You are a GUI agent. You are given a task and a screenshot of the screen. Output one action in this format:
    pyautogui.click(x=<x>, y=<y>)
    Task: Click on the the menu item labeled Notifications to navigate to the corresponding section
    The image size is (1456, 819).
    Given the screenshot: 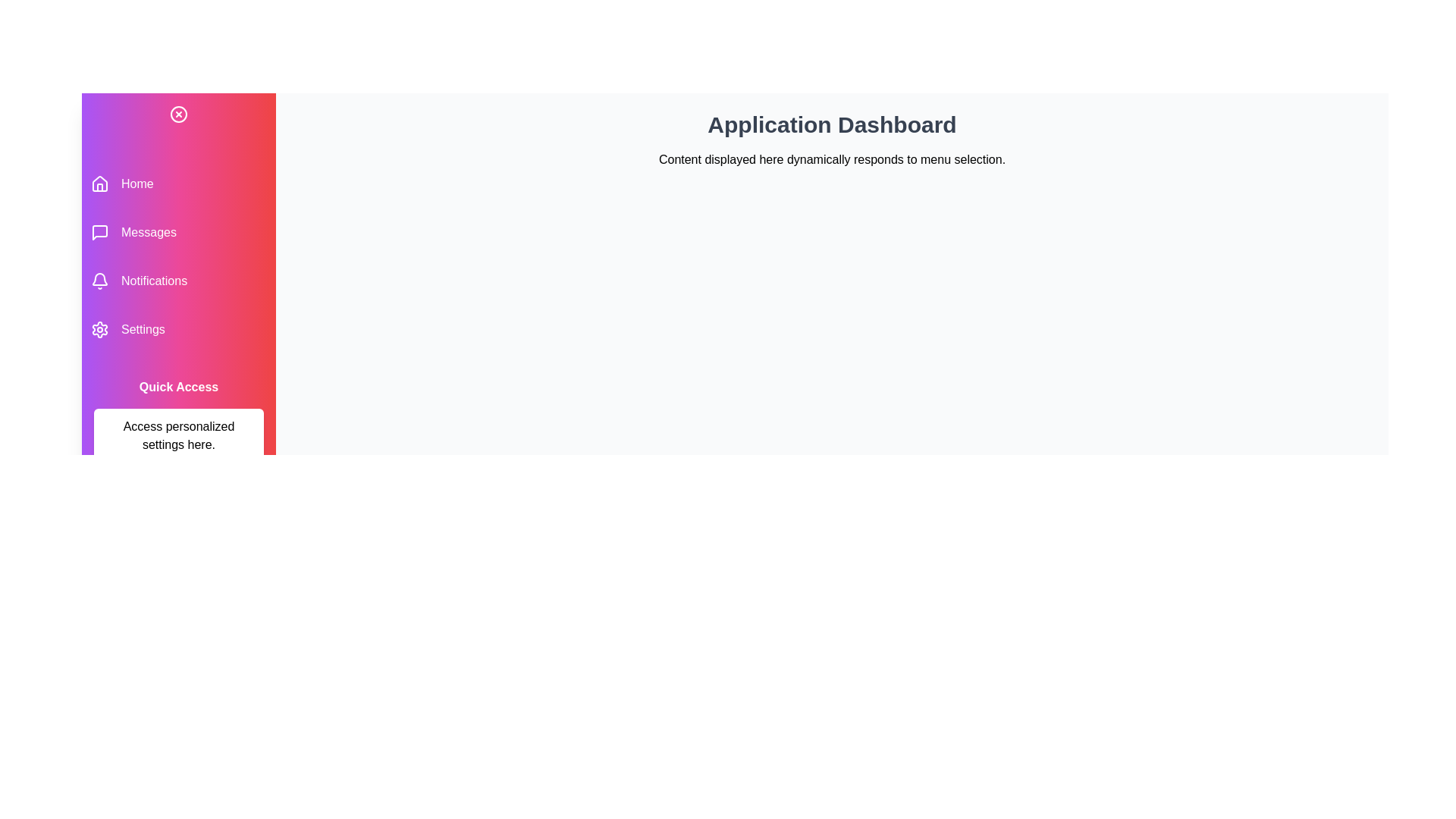 What is the action you would take?
    pyautogui.click(x=178, y=281)
    